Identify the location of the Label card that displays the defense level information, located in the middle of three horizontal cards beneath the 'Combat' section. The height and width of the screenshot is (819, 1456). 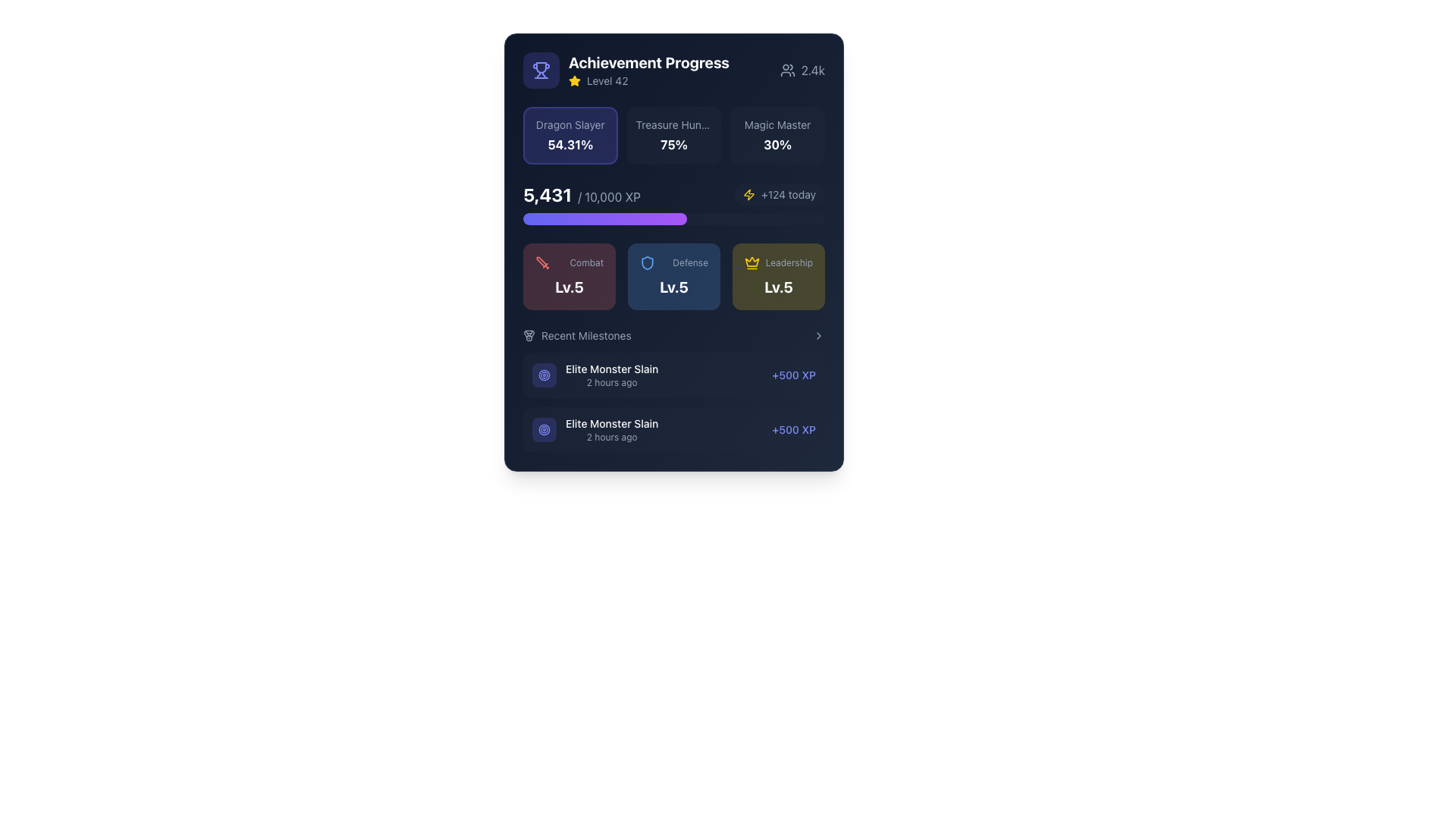
(673, 277).